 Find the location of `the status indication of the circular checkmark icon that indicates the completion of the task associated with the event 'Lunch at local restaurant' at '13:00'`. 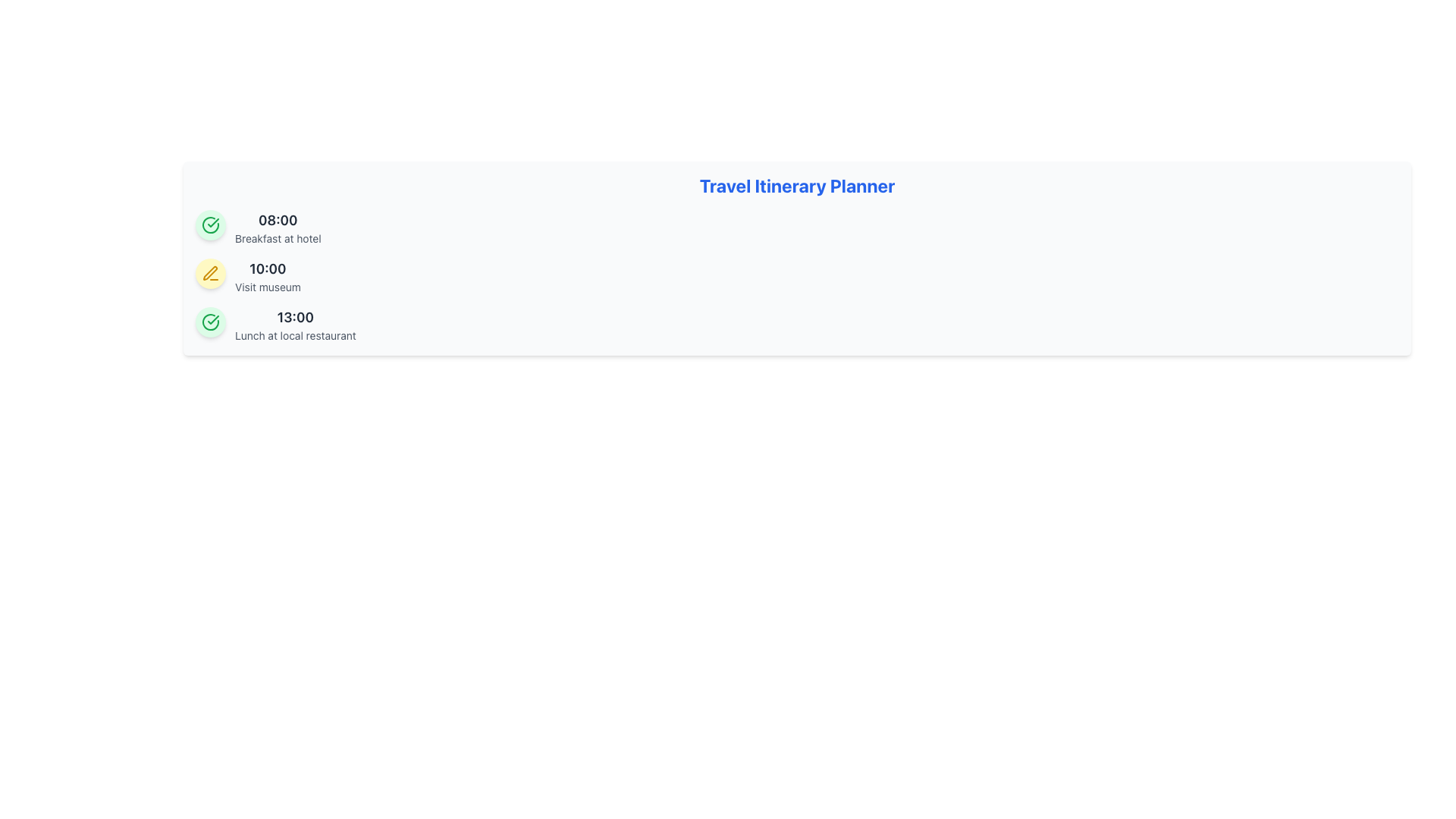

the status indication of the circular checkmark icon that indicates the completion of the task associated with the event 'Lunch at local restaurant' at '13:00' is located at coordinates (210, 225).